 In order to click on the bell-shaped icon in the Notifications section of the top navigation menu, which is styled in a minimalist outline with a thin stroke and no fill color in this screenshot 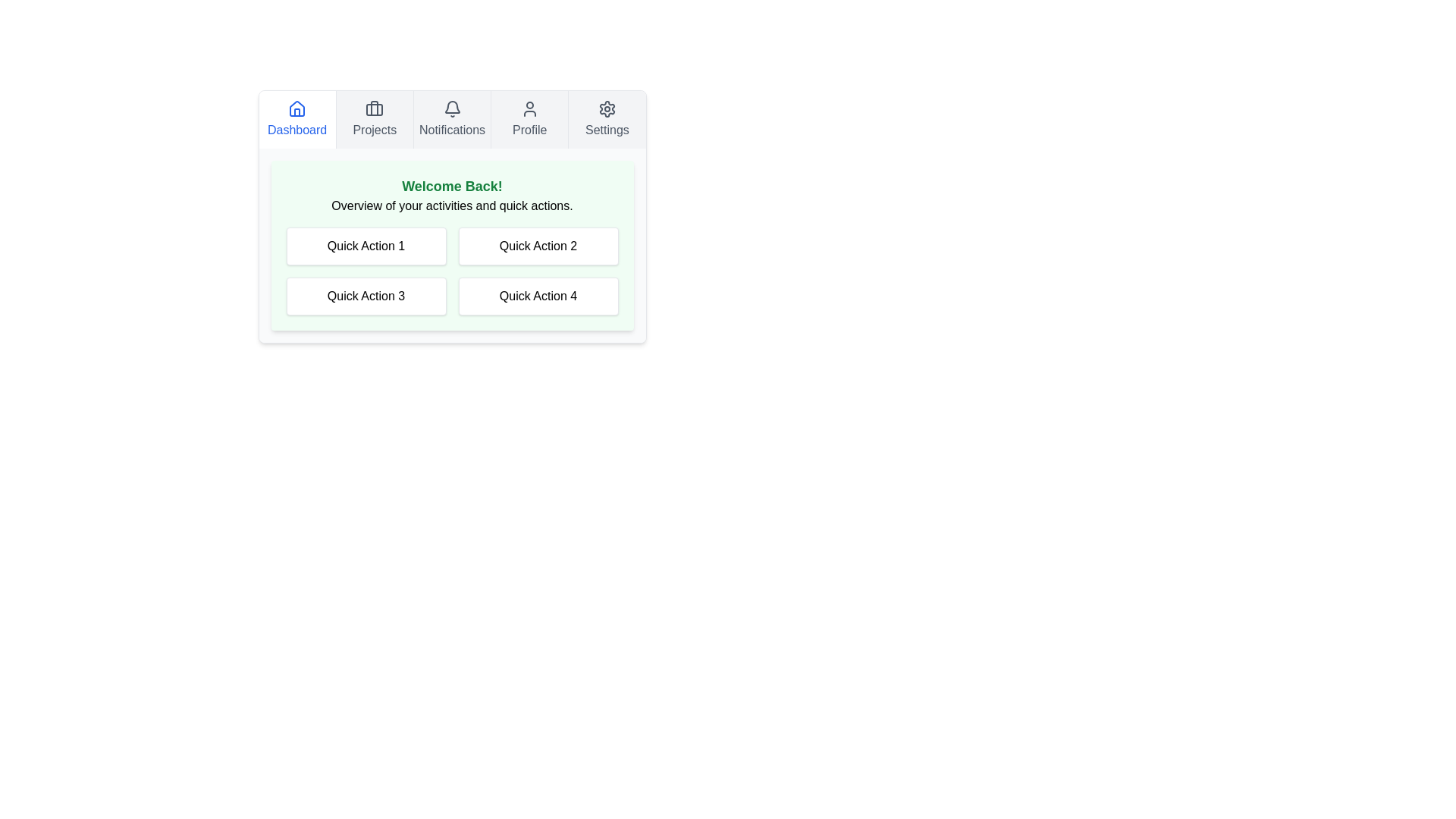, I will do `click(451, 106)`.